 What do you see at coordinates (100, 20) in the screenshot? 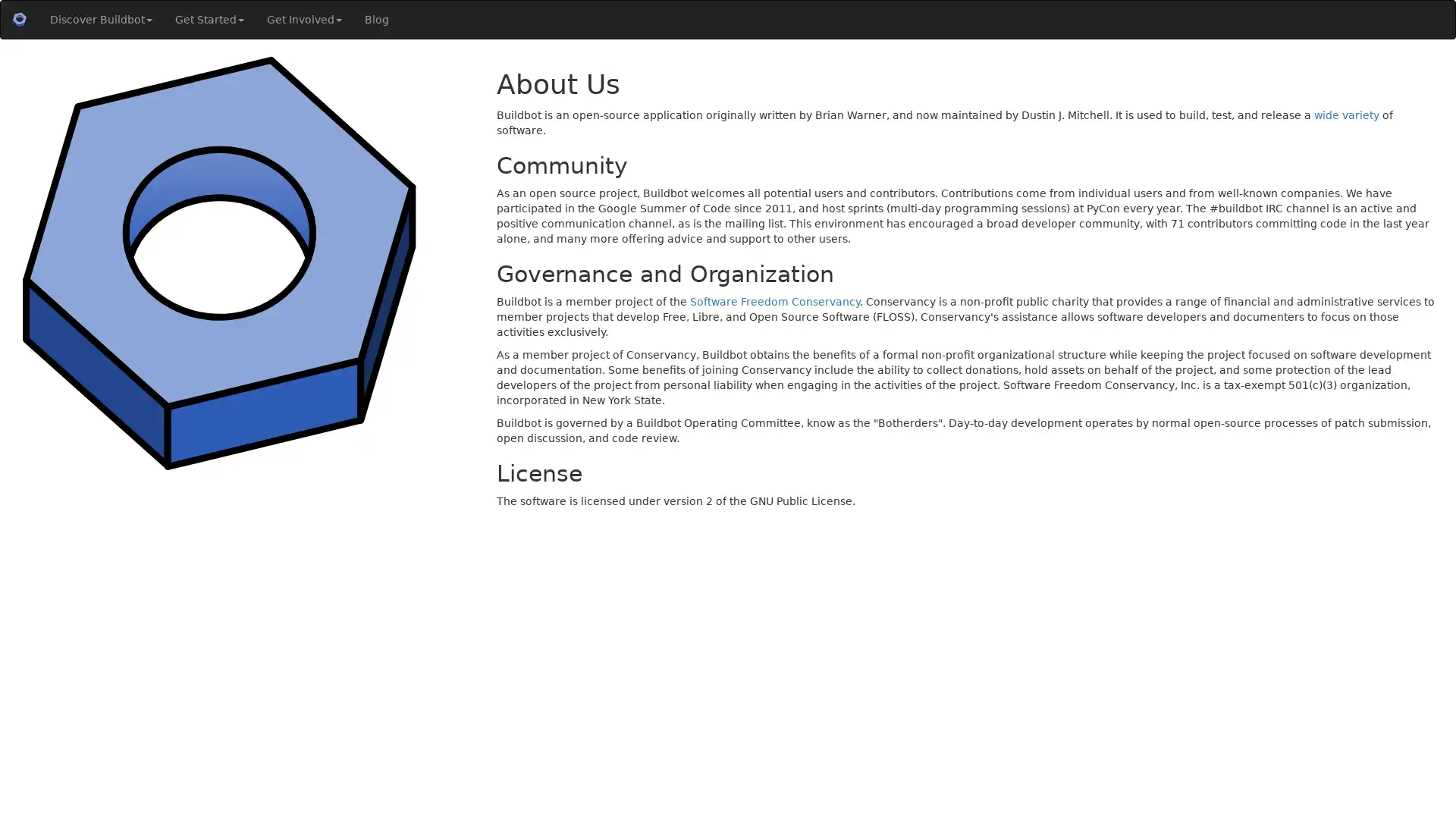
I see `Discover Buildbot` at bounding box center [100, 20].